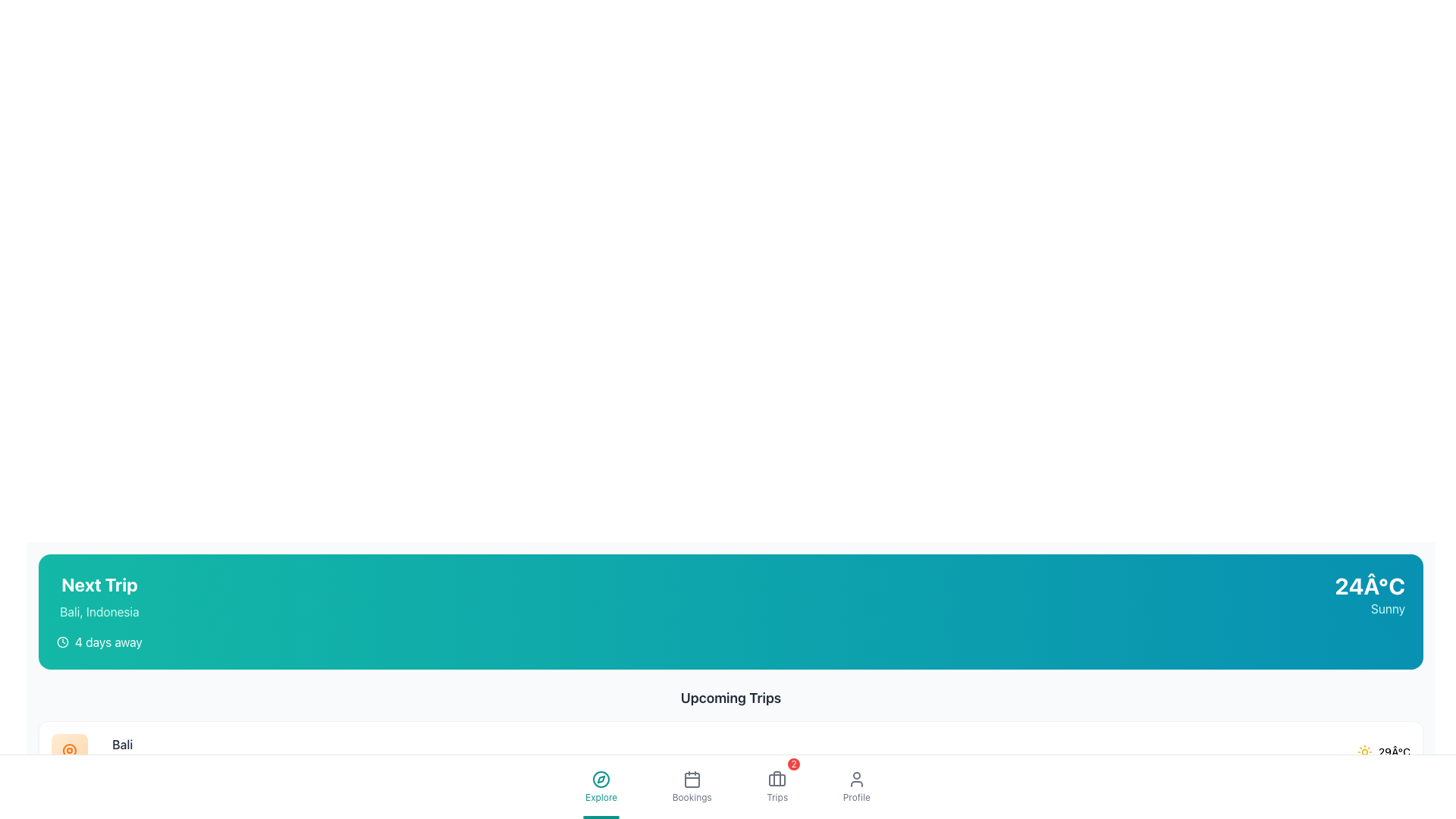 Image resolution: width=1456 pixels, height=819 pixels. Describe the element at coordinates (691, 797) in the screenshot. I see `the static text label 'Bookings' that indicates navigation to the Bookings section, positioned between the 'Explore' and 'Trips' sections in the bottom navigation bar` at that location.